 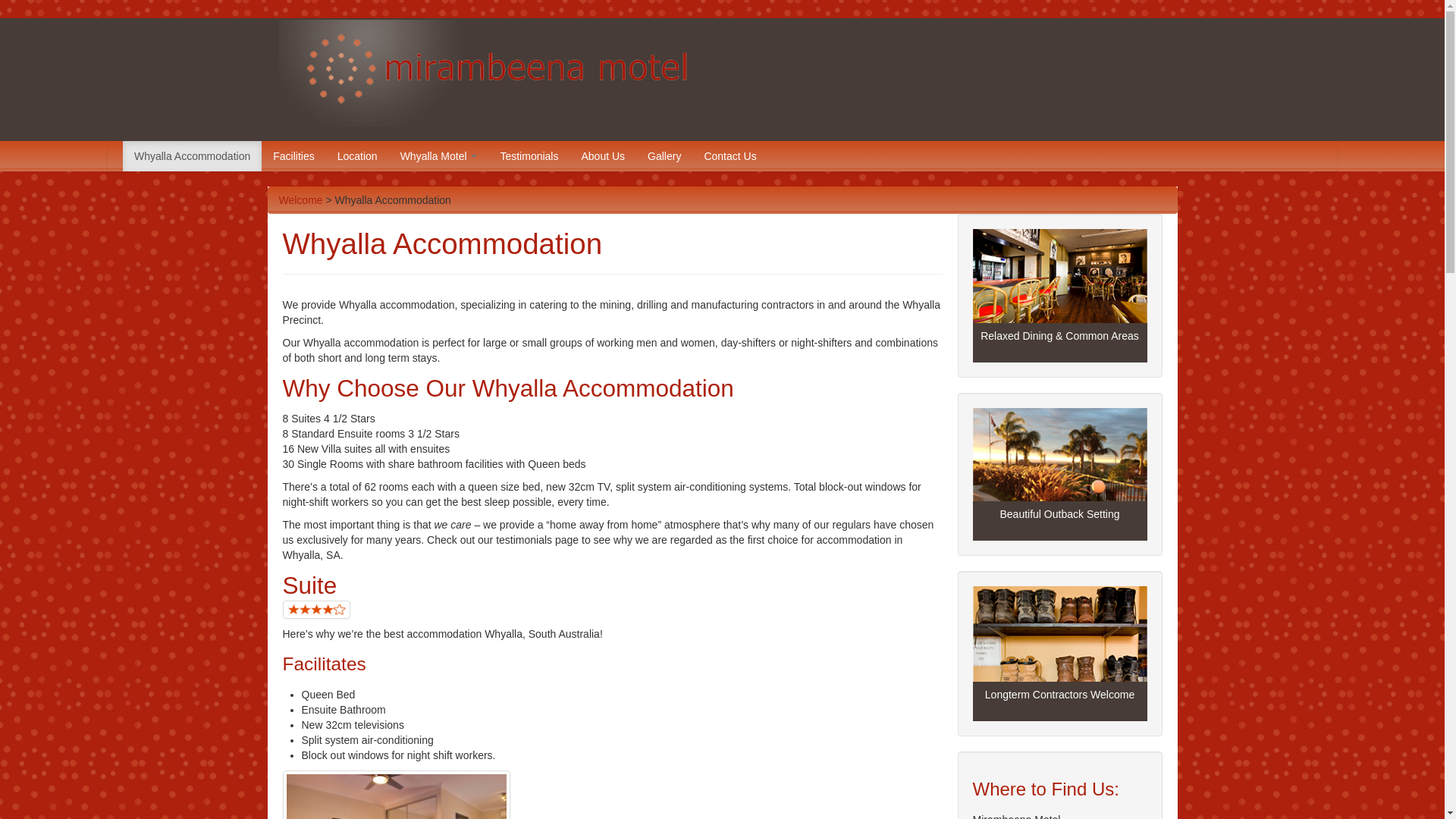 What do you see at coordinates (279, 199) in the screenshot?
I see `'Welcome'` at bounding box center [279, 199].